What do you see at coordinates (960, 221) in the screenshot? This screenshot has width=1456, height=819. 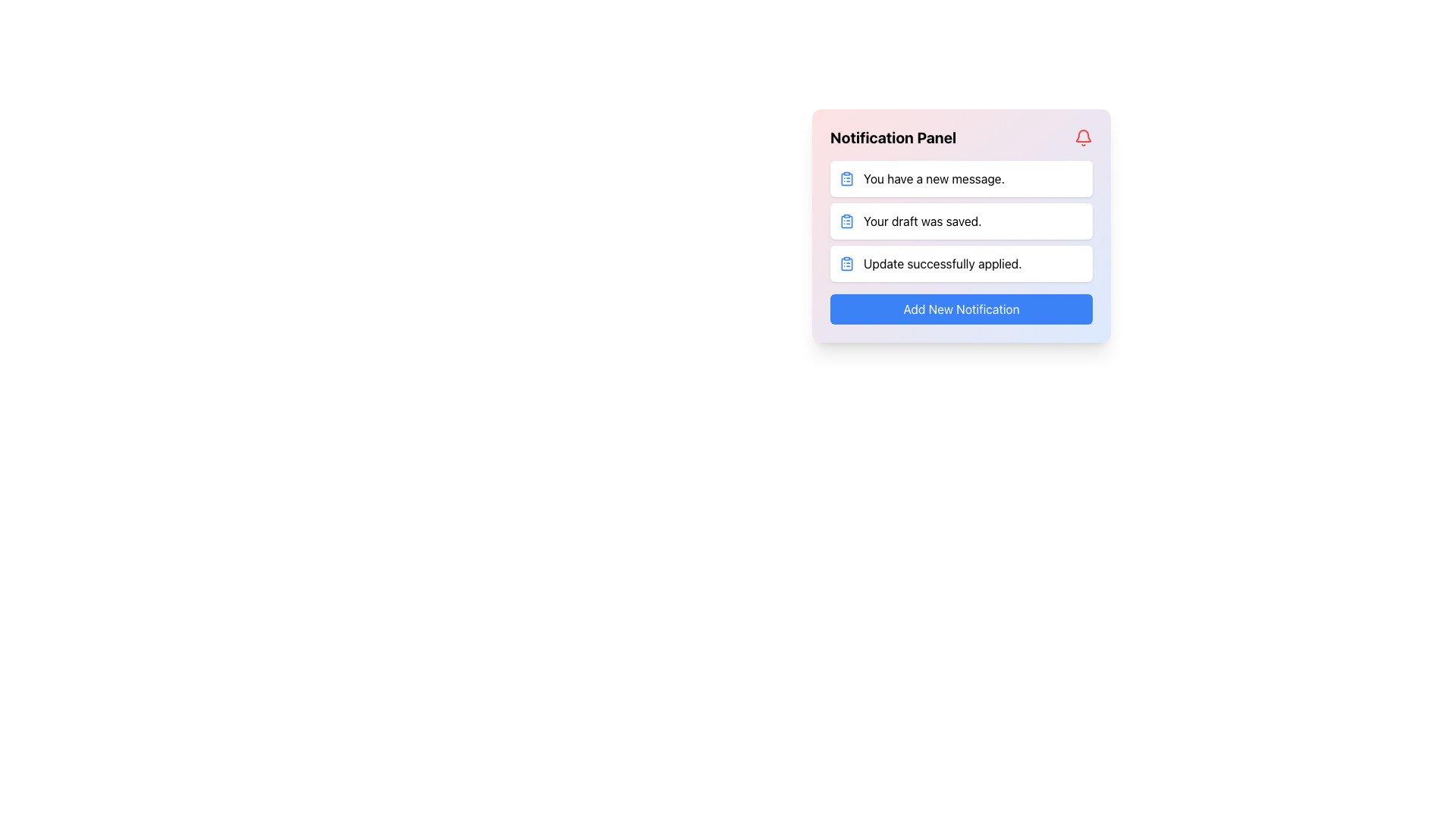 I see `the second notification item with the message 'Your draft was saved.'` at bounding box center [960, 221].